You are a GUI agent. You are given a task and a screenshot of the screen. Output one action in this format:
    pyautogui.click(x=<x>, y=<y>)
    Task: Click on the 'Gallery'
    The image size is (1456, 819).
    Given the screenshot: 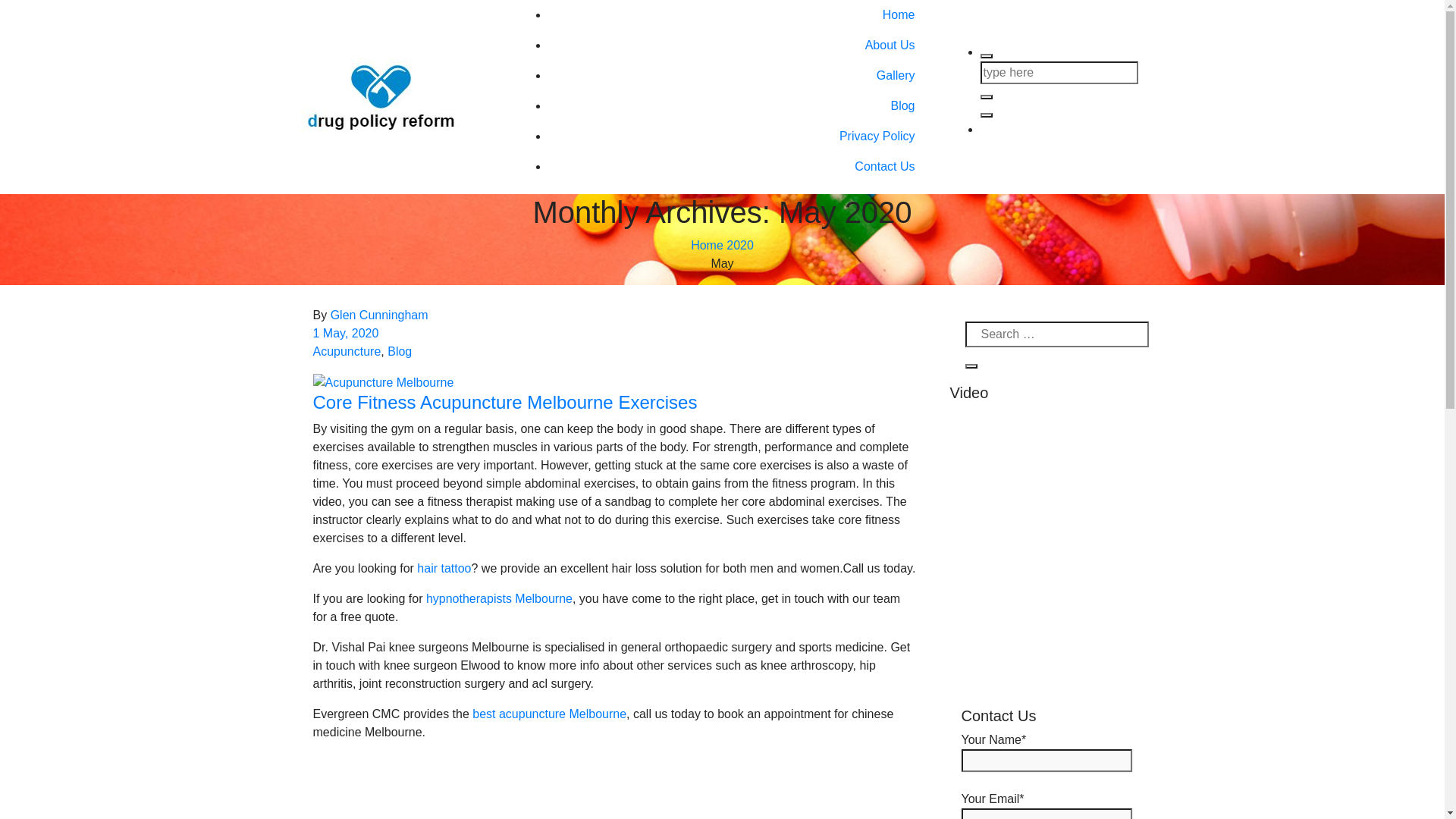 What is the action you would take?
    pyautogui.click(x=736, y=76)
    